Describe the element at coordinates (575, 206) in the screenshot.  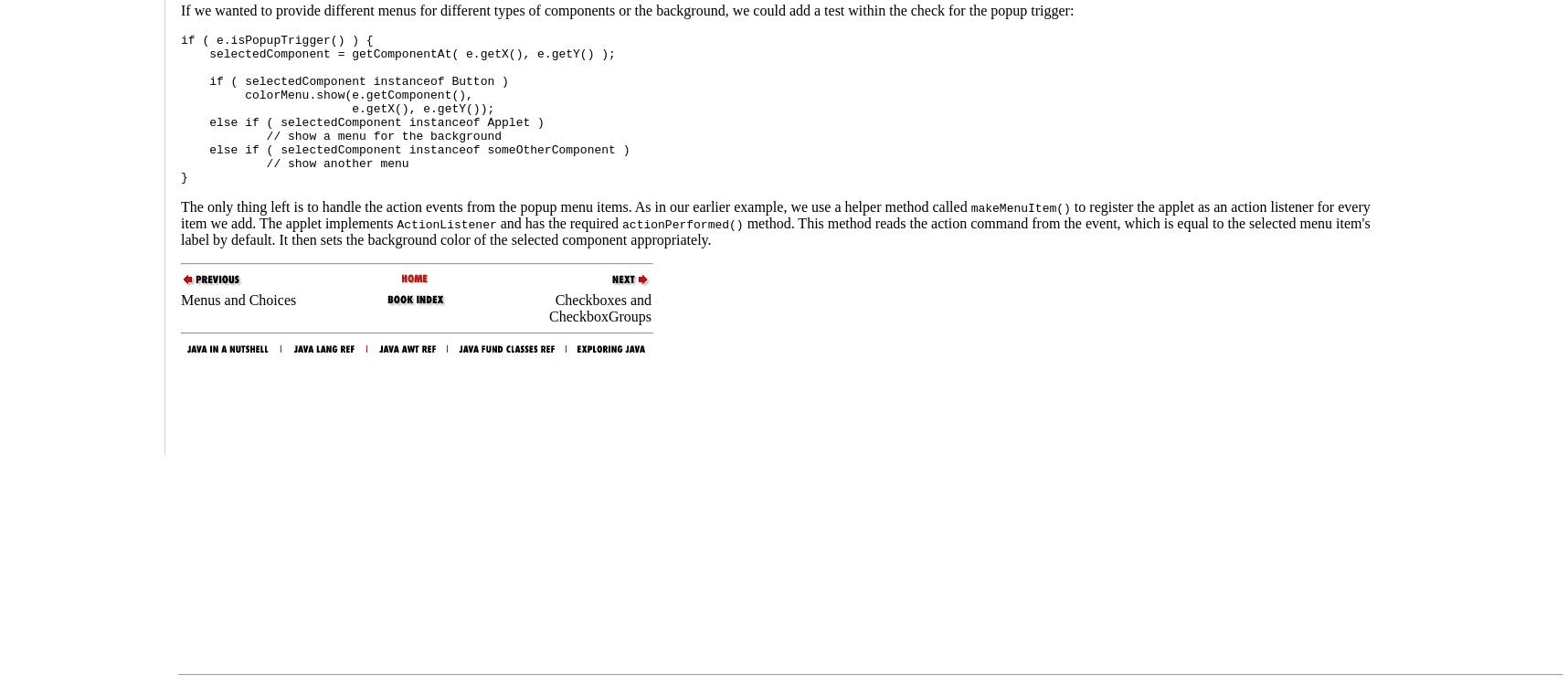
I see `'The only thing left is to handle the action events from the popup menu
items. As in our earlier example, we use a helper method called'` at that location.